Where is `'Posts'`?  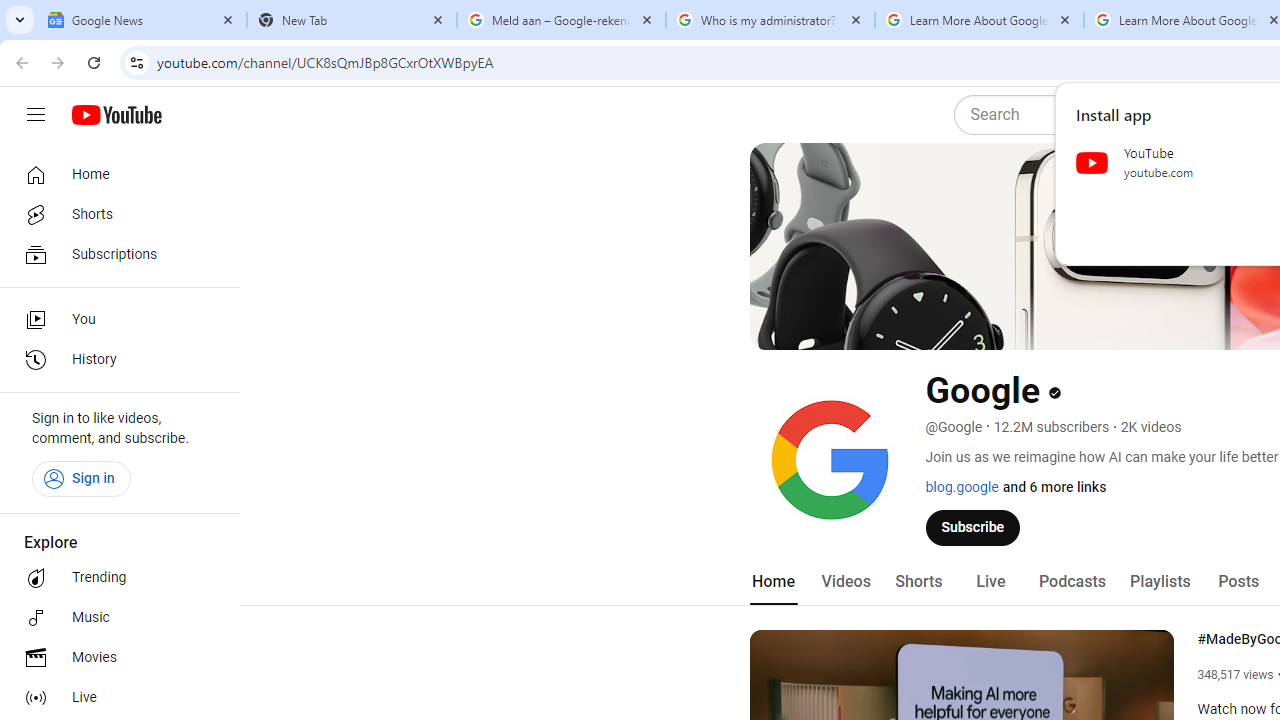
'Posts' is located at coordinates (1237, 581).